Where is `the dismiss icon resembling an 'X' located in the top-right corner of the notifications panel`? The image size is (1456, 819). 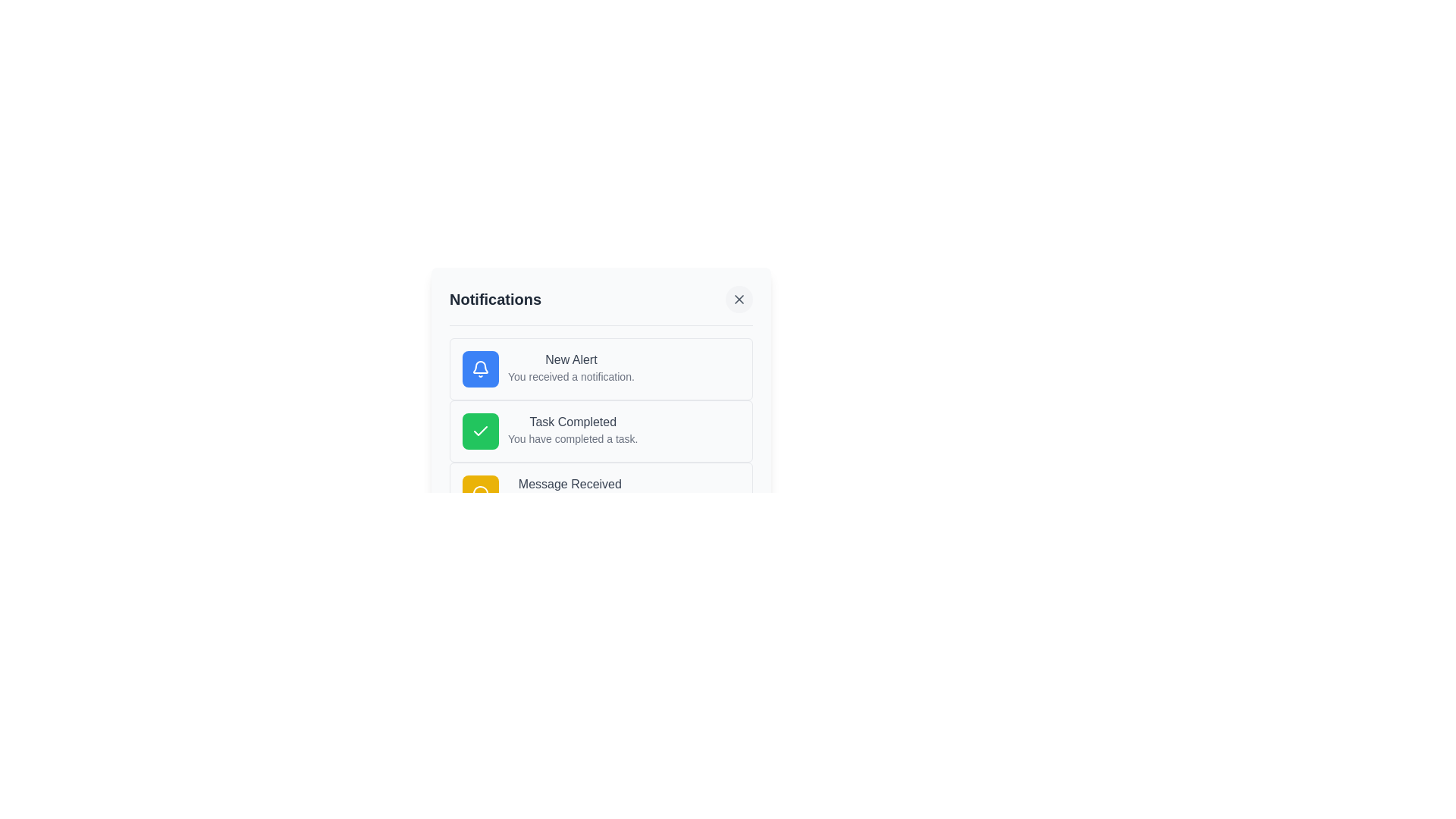
the dismiss icon resembling an 'X' located in the top-right corner of the notifications panel is located at coordinates (739, 299).